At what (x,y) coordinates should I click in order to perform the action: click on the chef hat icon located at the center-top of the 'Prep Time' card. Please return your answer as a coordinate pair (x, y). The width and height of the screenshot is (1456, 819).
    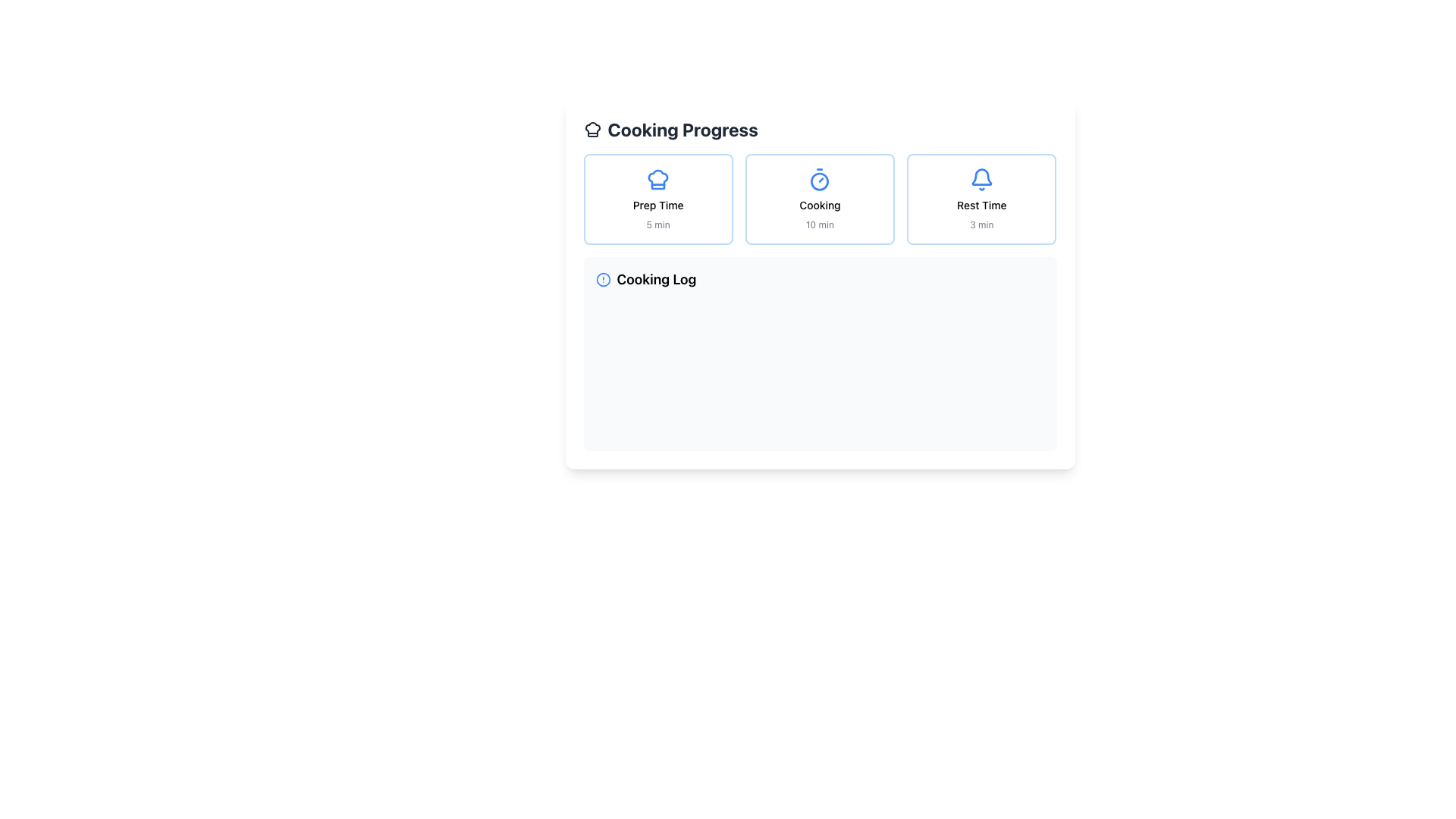
    Looking at the image, I should click on (658, 178).